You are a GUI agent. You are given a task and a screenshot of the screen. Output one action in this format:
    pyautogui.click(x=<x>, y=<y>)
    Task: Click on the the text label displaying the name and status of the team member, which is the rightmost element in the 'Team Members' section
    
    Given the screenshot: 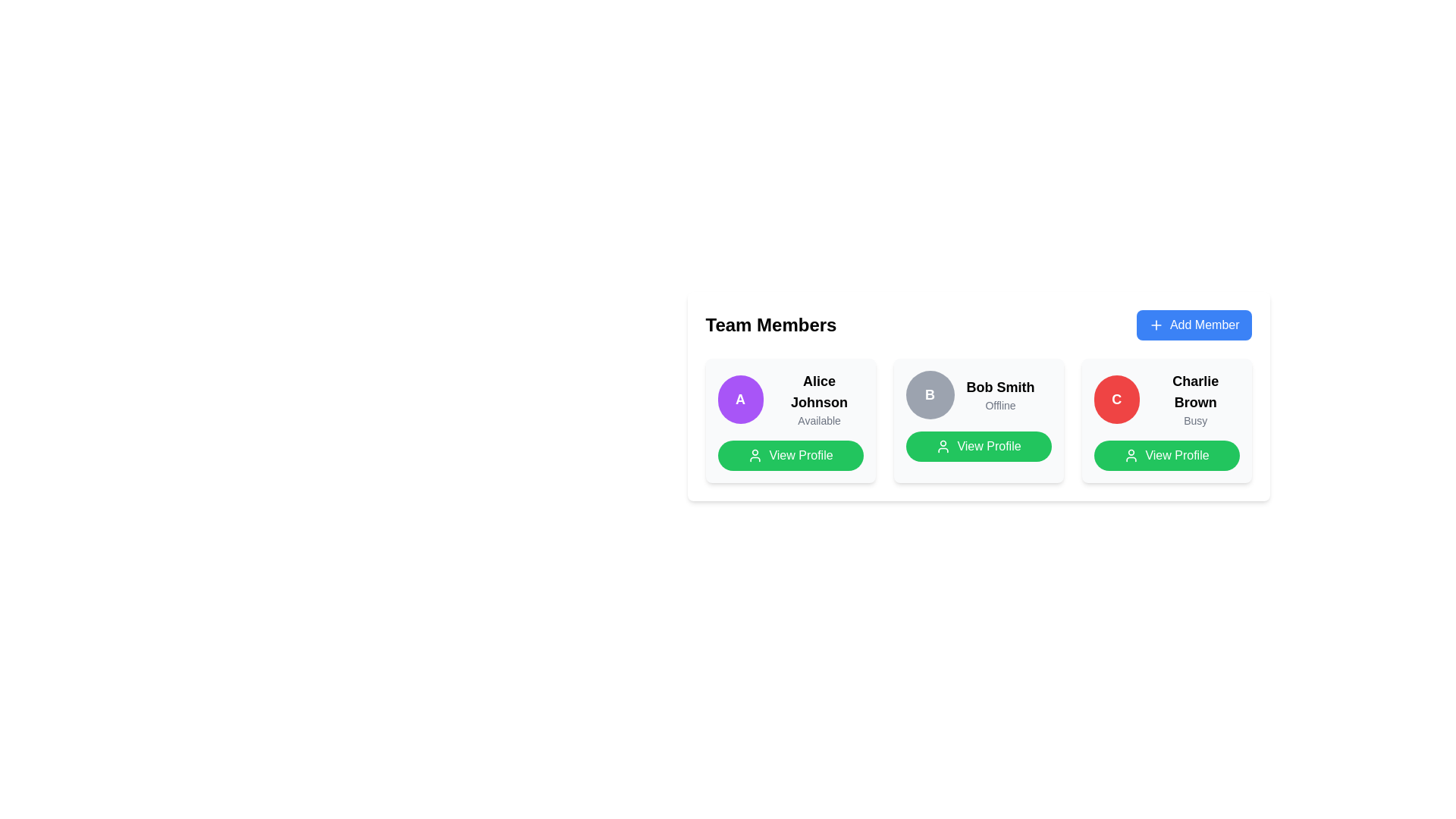 What is the action you would take?
    pyautogui.click(x=1194, y=399)
    